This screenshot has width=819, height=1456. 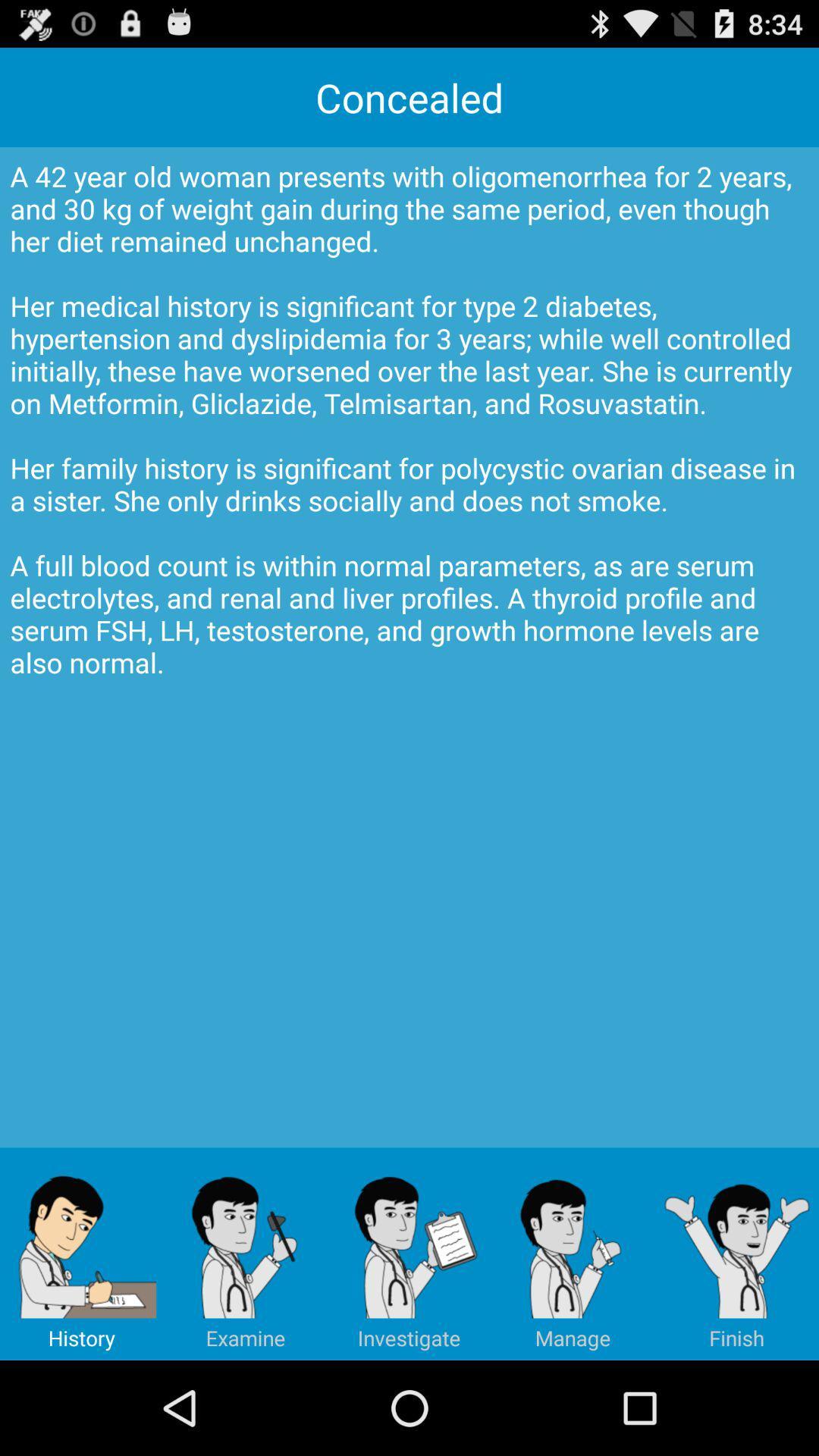 I want to click on the item below the a 42 year app, so click(x=245, y=1254).